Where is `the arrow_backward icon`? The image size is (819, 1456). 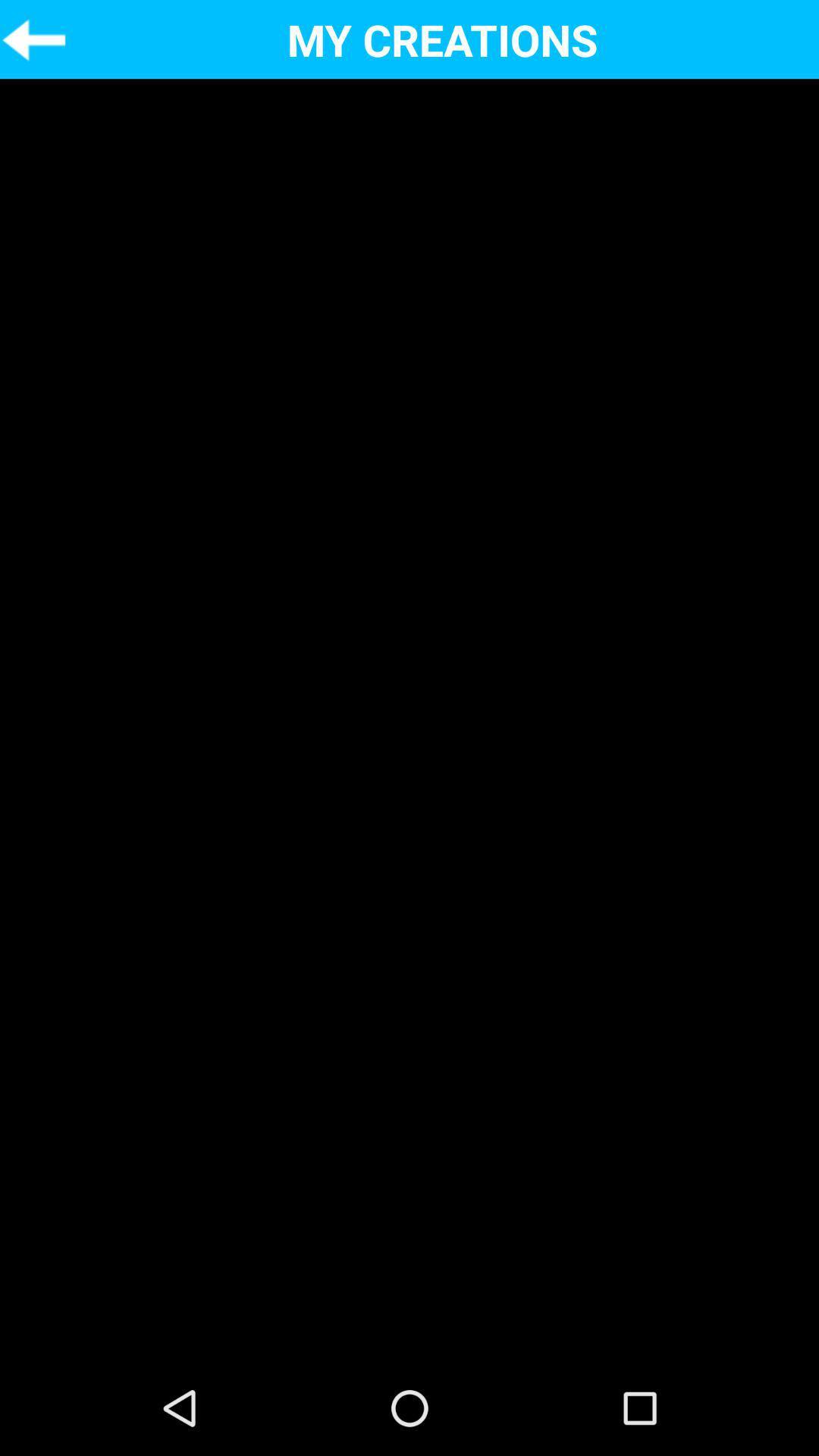 the arrow_backward icon is located at coordinates (33, 42).